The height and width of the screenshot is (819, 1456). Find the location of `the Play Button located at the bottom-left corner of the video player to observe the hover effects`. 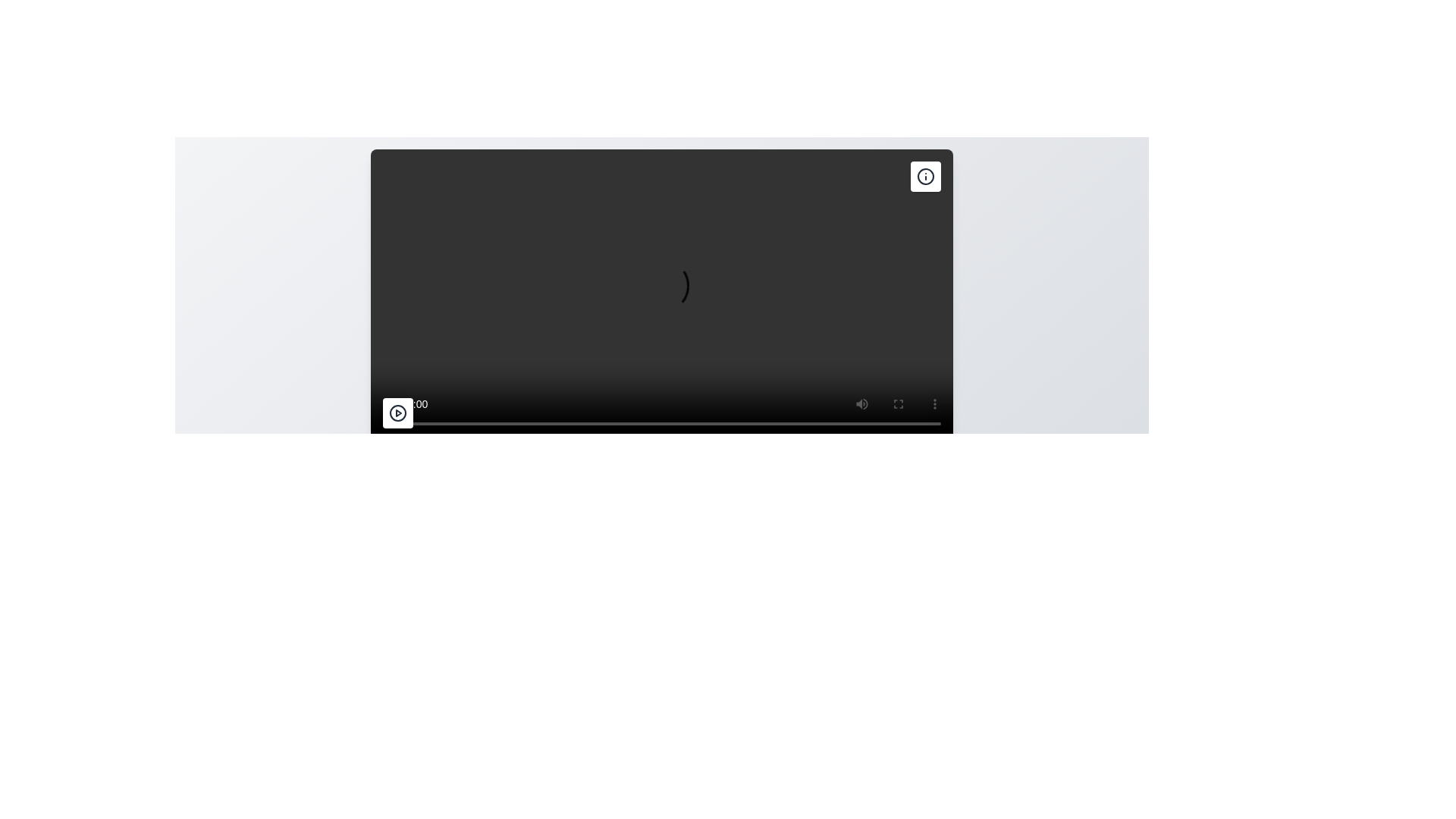

the Play Button located at the bottom-left corner of the video player to observe the hover effects is located at coordinates (397, 413).